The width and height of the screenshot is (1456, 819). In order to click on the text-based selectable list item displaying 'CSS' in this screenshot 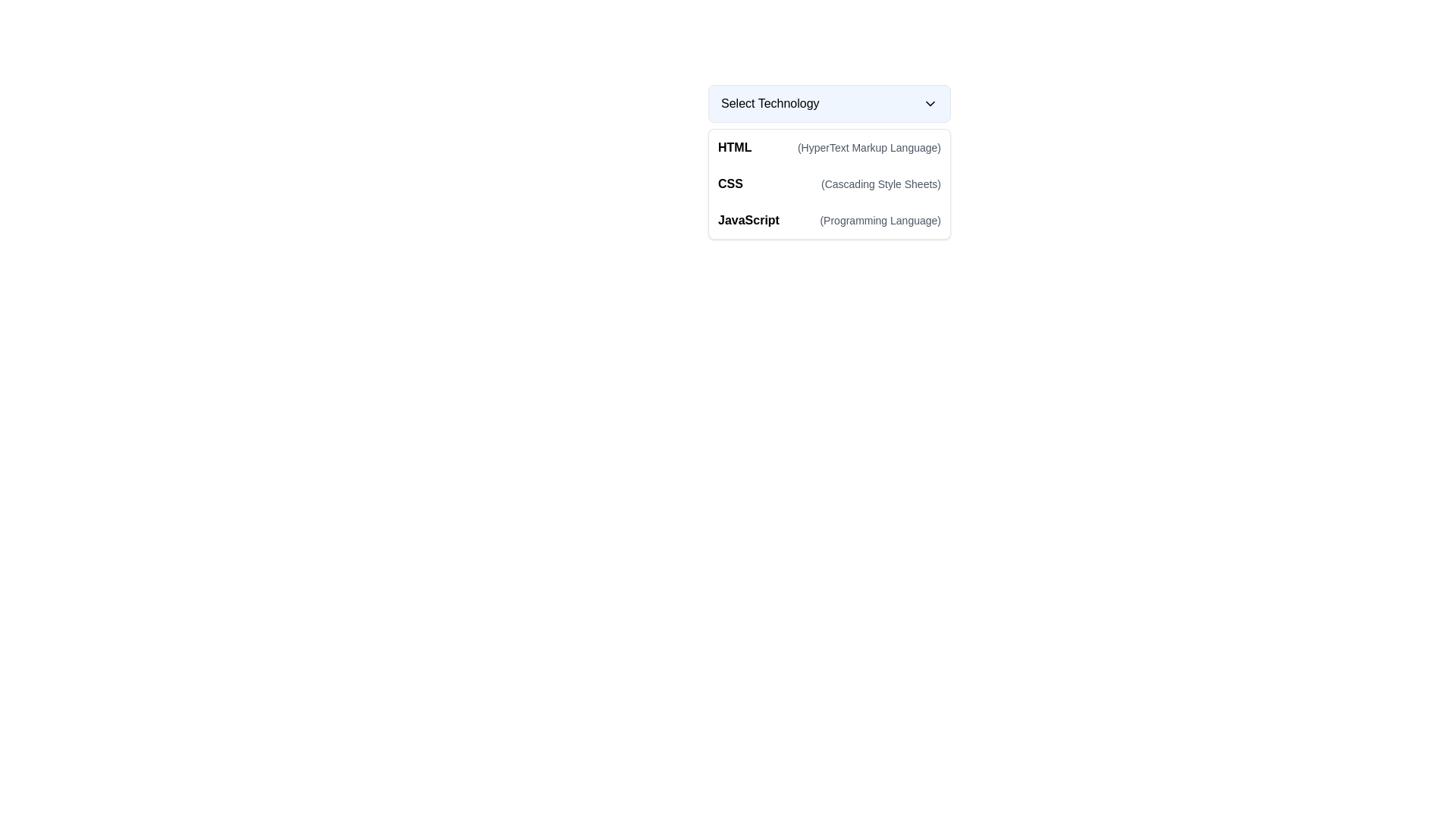, I will do `click(829, 184)`.